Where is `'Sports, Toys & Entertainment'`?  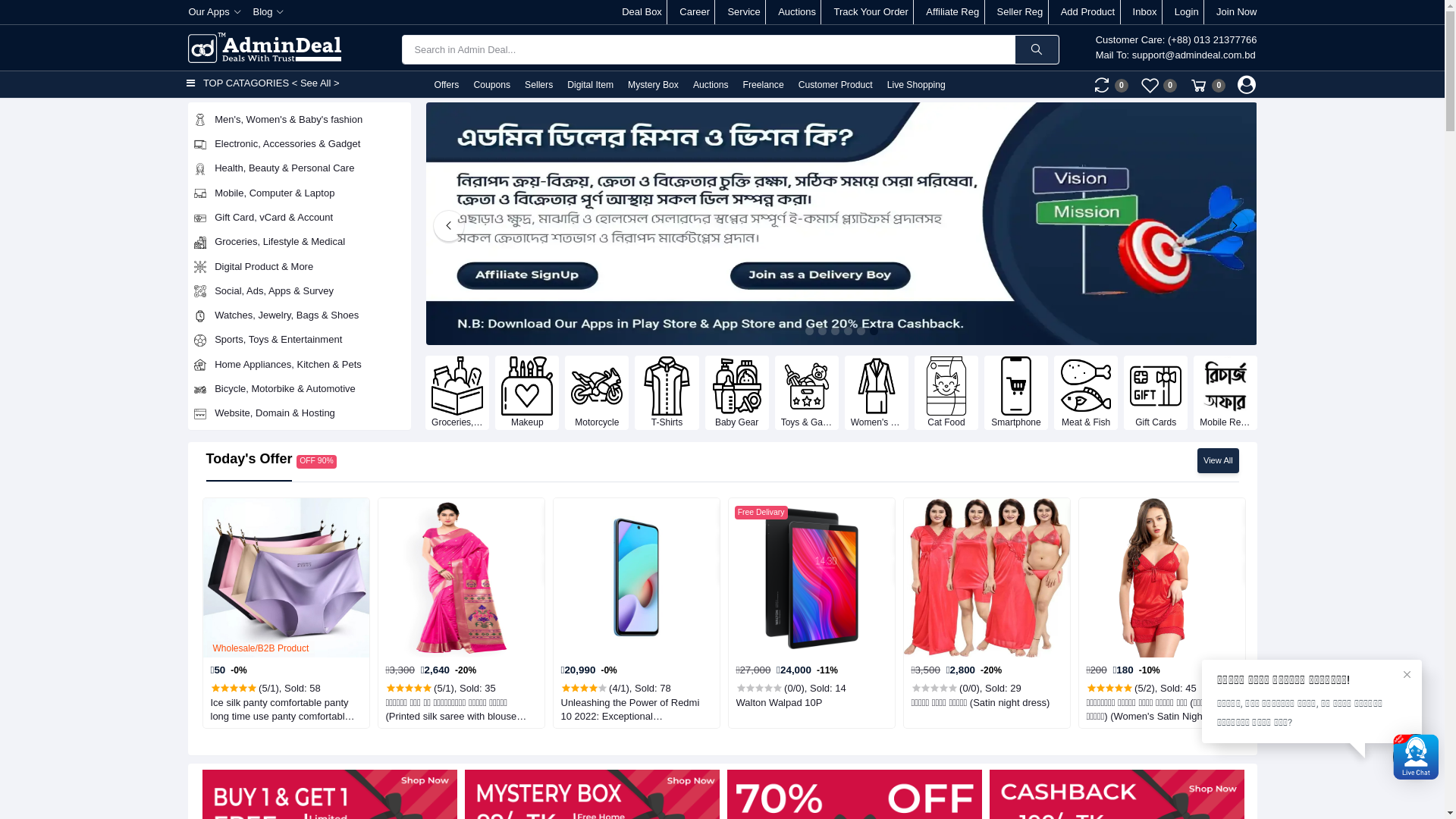 'Sports, Toys & Entertainment' is located at coordinates (300, 338).